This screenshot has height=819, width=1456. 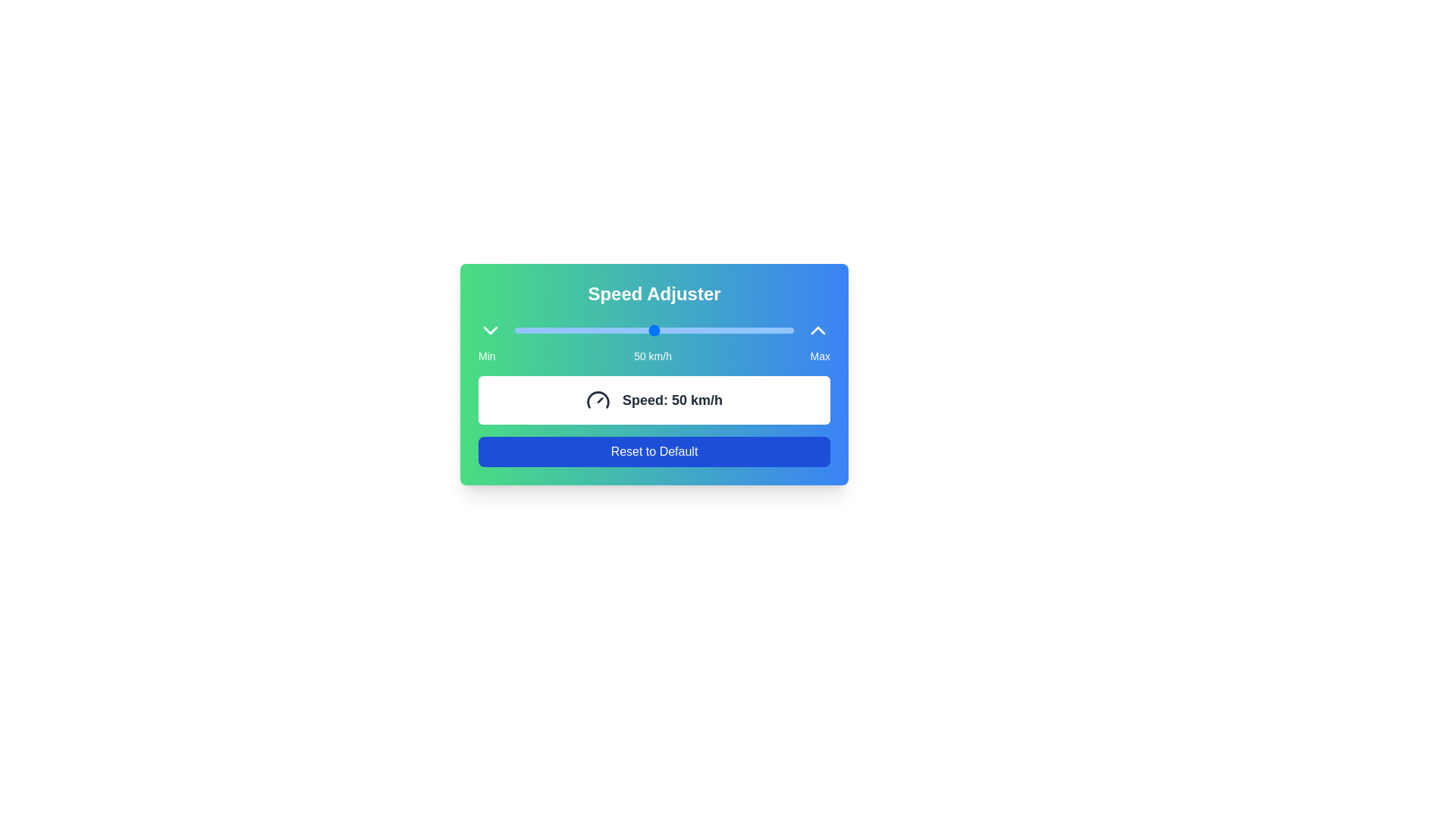 I want to click on the slider value, so click(x=726, y=329).